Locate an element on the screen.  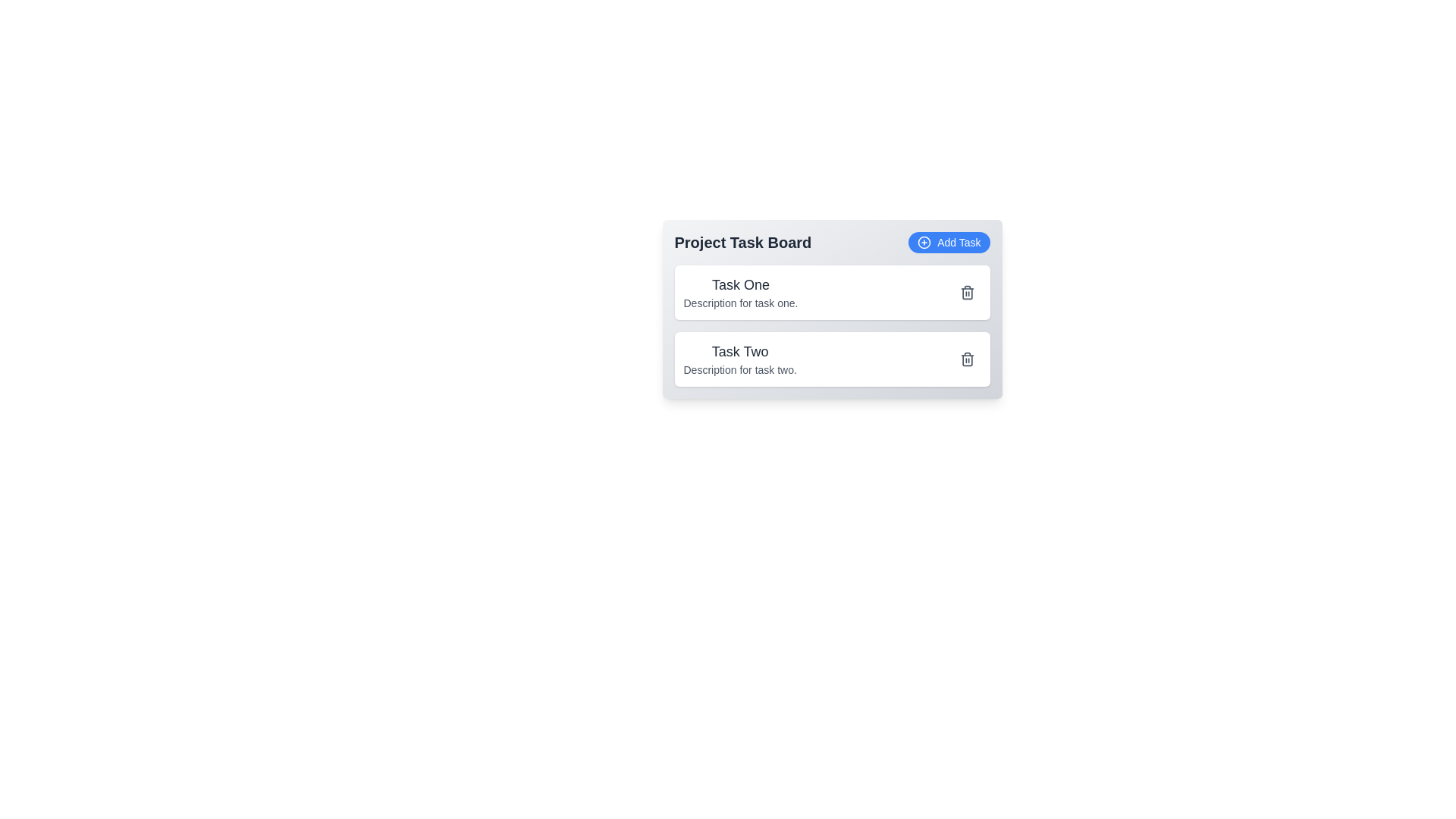
the delete icon button located at the right-hand side of the 'Task Two' panel is located at coordinates (966, 359).